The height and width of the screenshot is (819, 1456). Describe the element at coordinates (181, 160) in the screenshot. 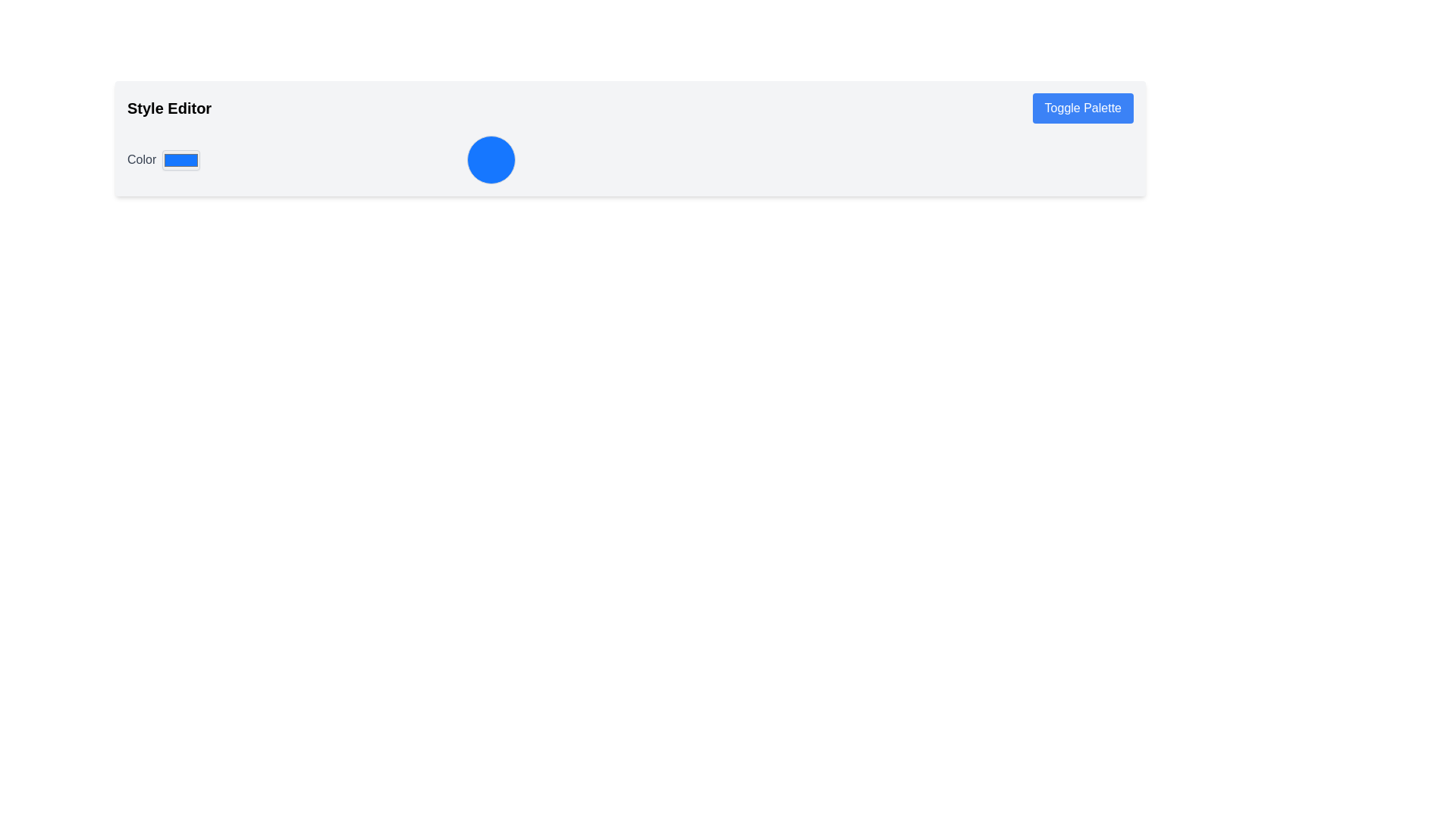

I see `the rectangular color picker input field with a light gray border and blue background` at that location.